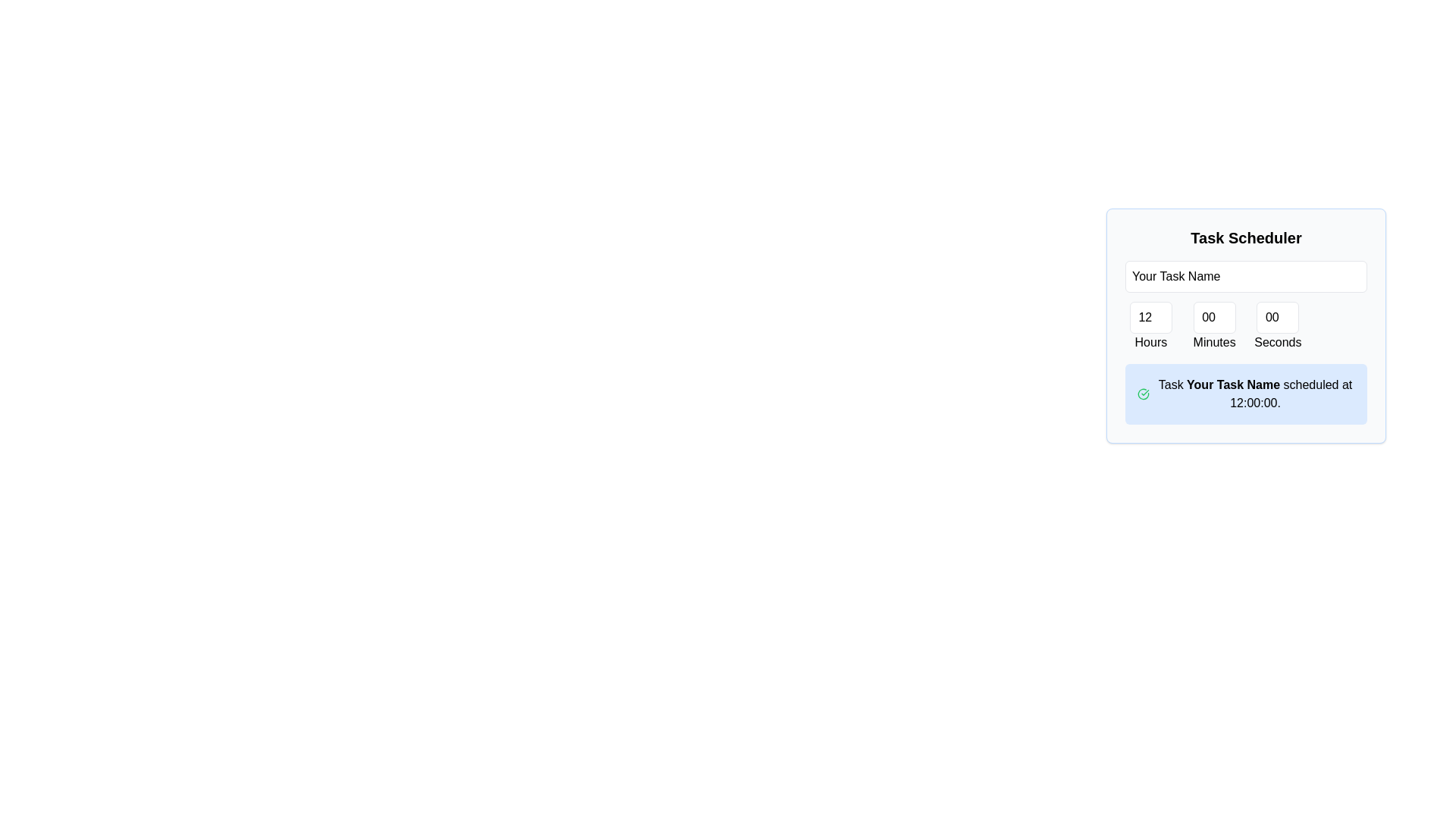  I want to click on the label displaying 'Seconds', which is positioned below the numeric input field showing '00', in the third column of a timer setup grid, so click(1277, 326).